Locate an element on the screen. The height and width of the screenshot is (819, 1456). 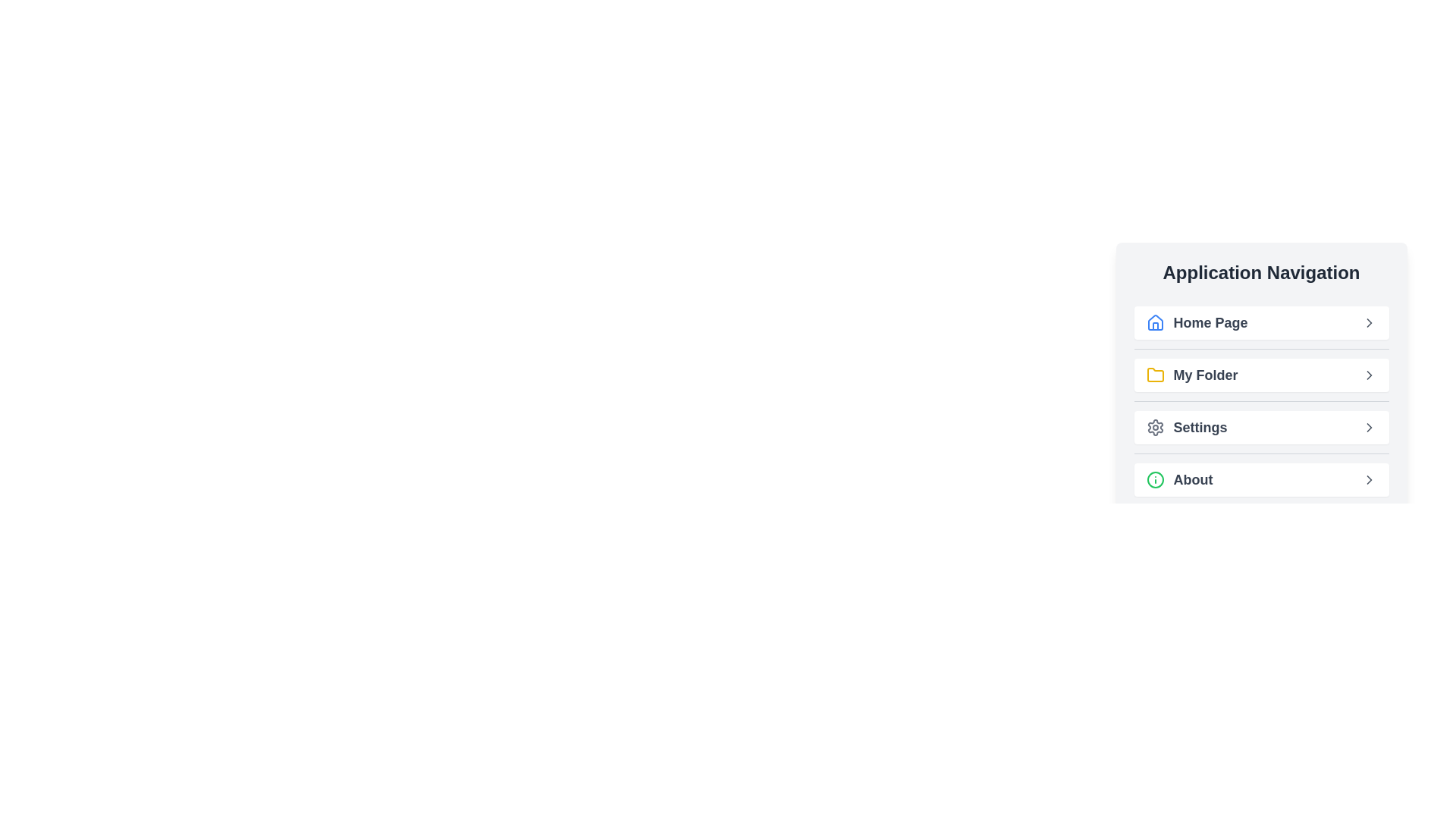
the rightmost icon button in the 'My Folder' navigation menu is located at coordinates (1369, 375).